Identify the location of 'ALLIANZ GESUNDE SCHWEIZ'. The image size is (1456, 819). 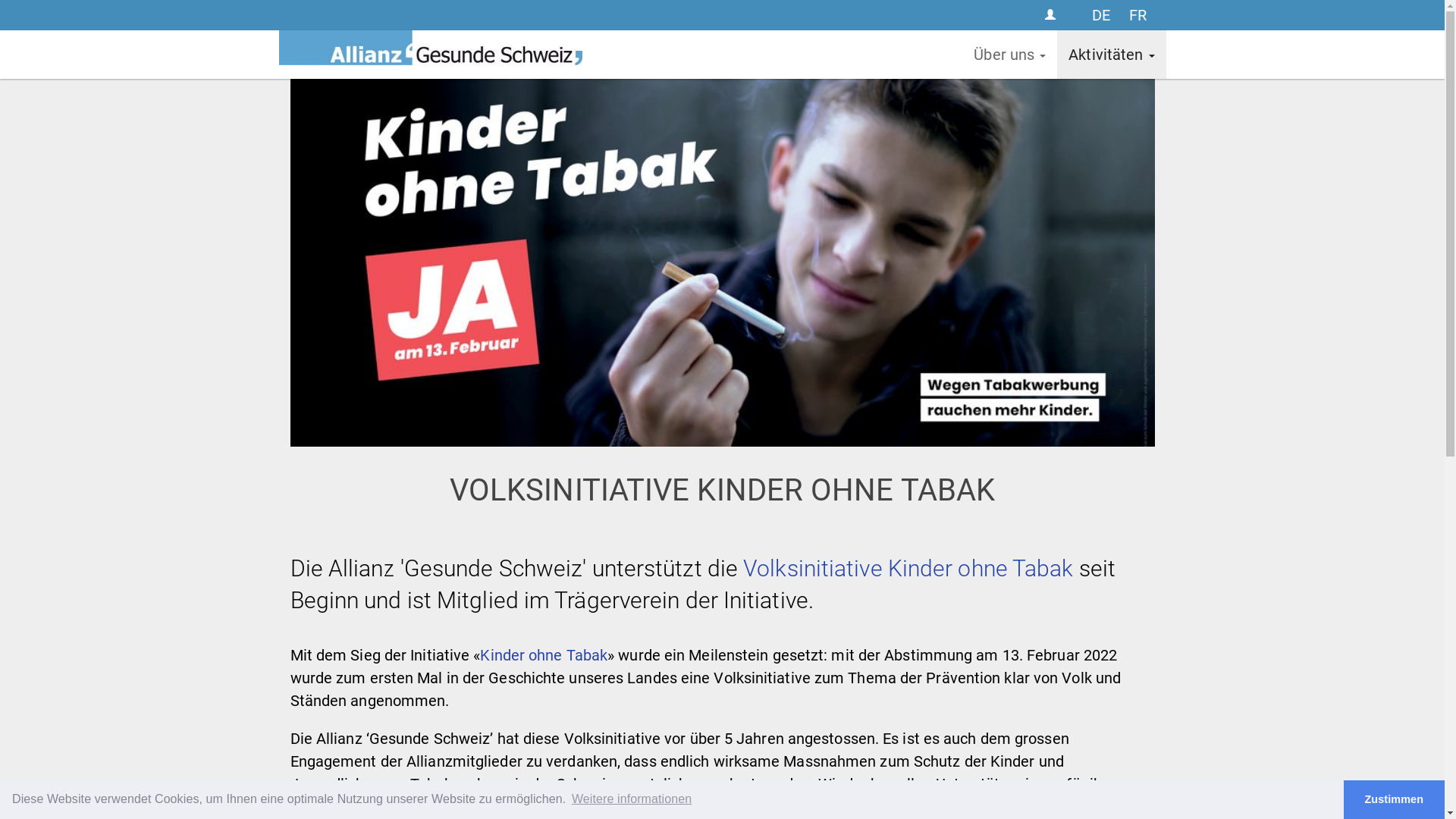
(429, 54).